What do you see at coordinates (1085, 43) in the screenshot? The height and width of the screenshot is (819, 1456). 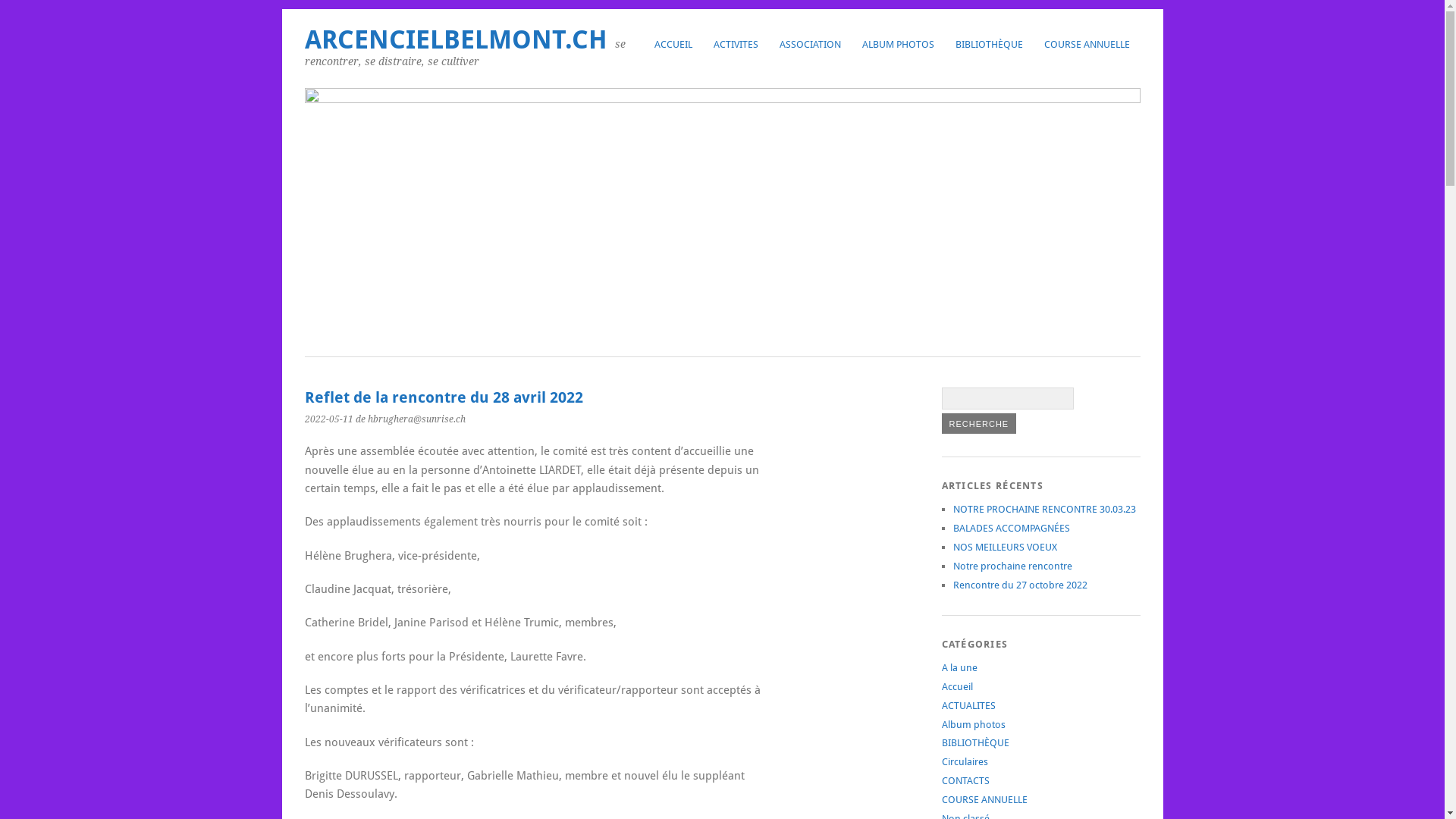 I see `'COURSE ANNUELLE'` at bounding box center [1085, 43].